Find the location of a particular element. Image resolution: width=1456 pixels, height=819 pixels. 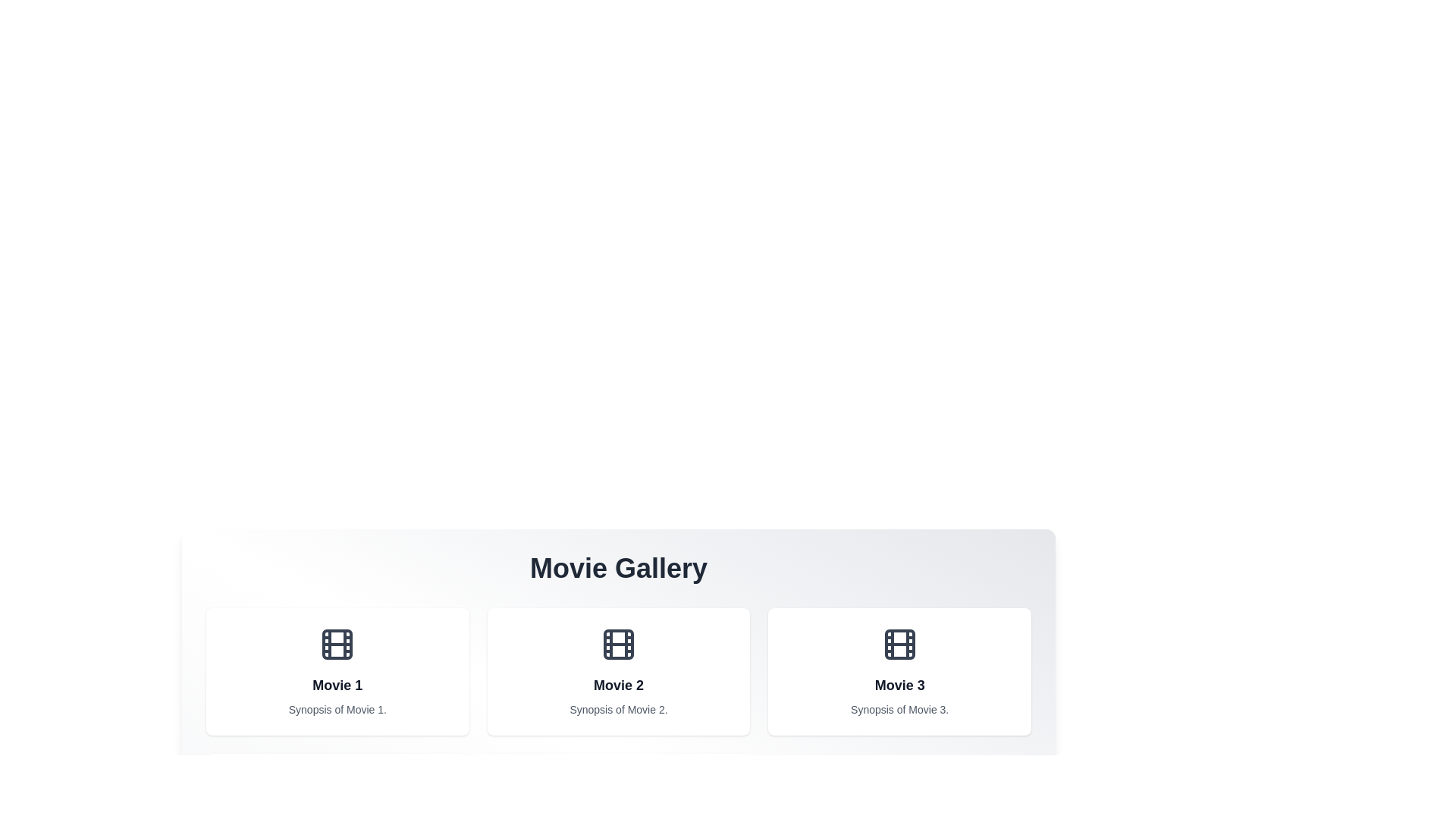

the decorative icon representing 'Movie 1', which is positioned at the top center of the card above the text and synopsis is located at coordinates (337, 644).